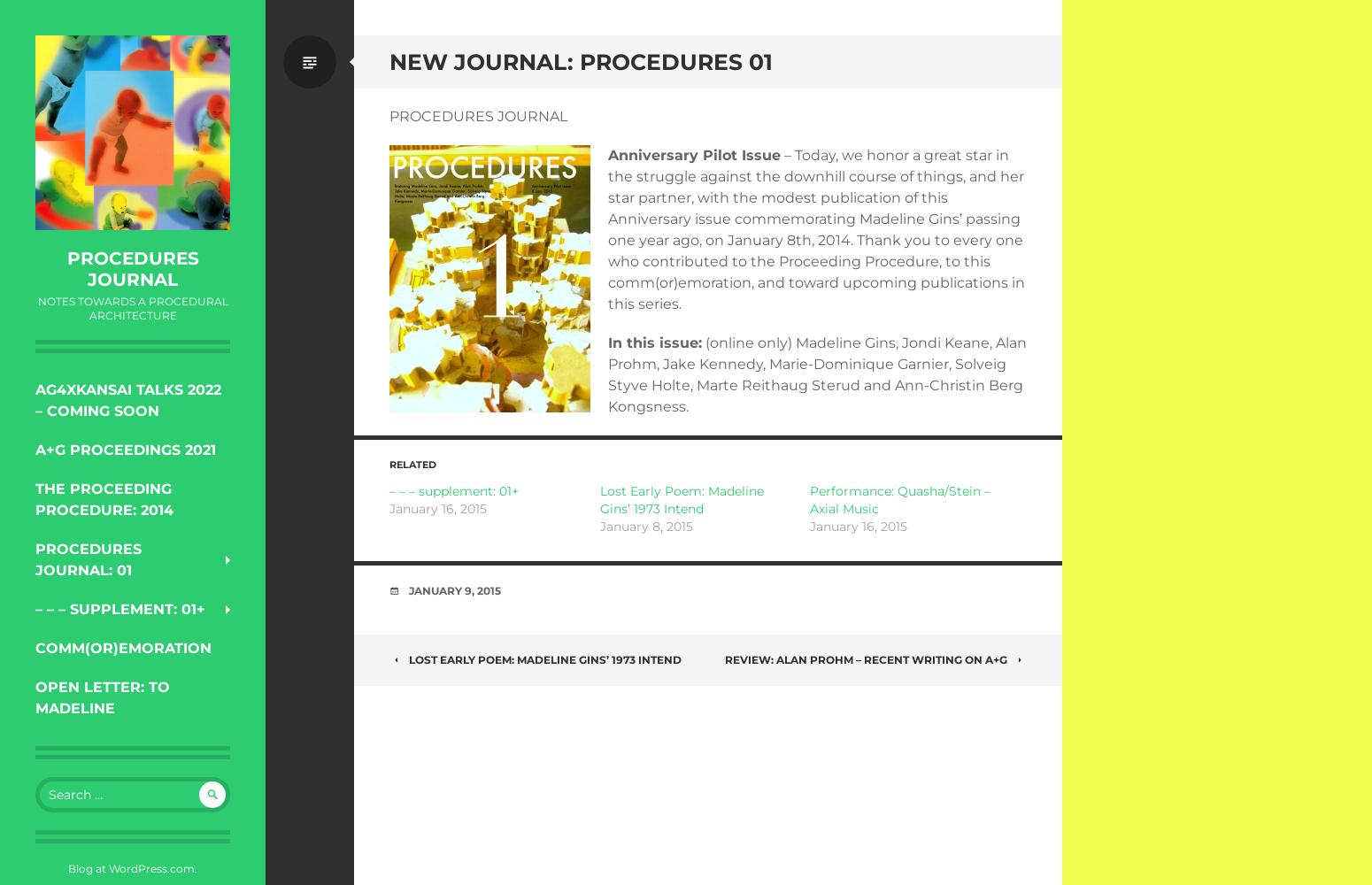 The image size is (1372, 885). What do you see at coordinates (34, 399) in the screenshot?
I see `'AG4xKANSAI Talks 2022 – coming soon'` at bounding box center [34, 399].